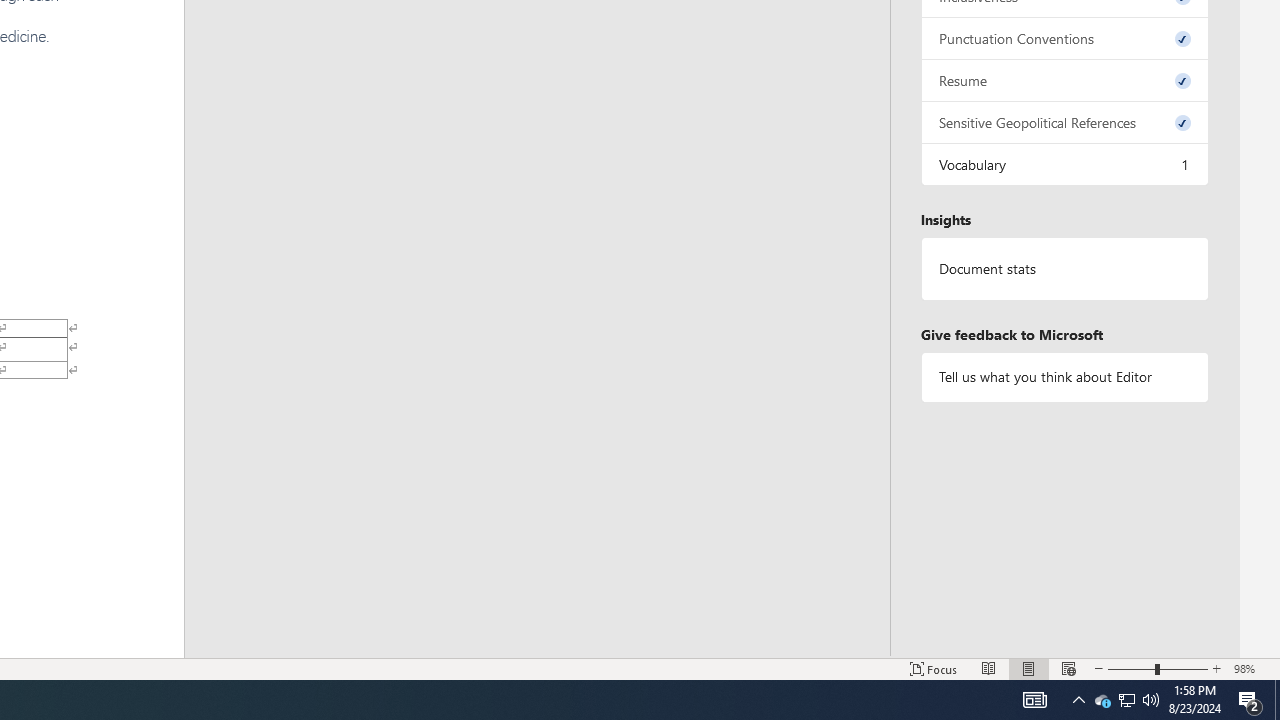 This screenshot has width=1280, height=720. What do you see at coordinates (1029, 669) in the screenshot?
I see `'Print Layout'` at bounding box center [1029, 669].